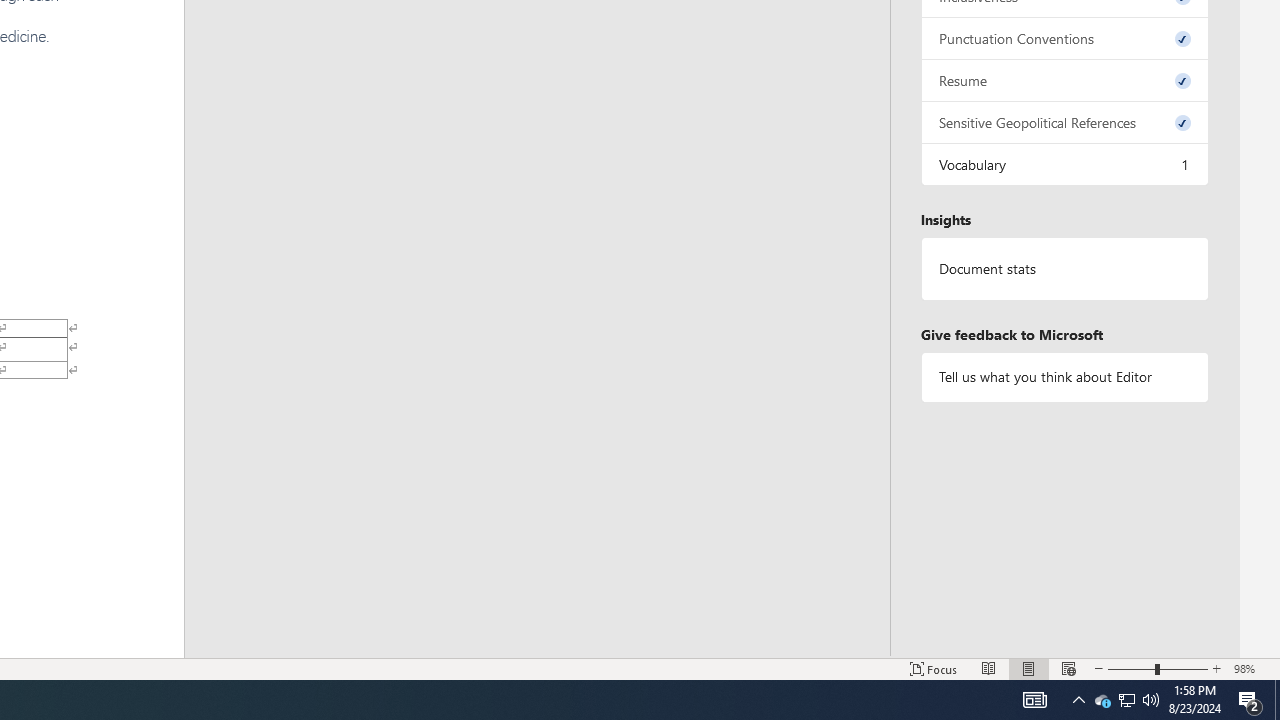 This screenshot has width=1280, height=720. What do you see at coordinates (1029, 669) in the screenshot?
I see `'Print Layout'` at bounding box center [1029, 669].